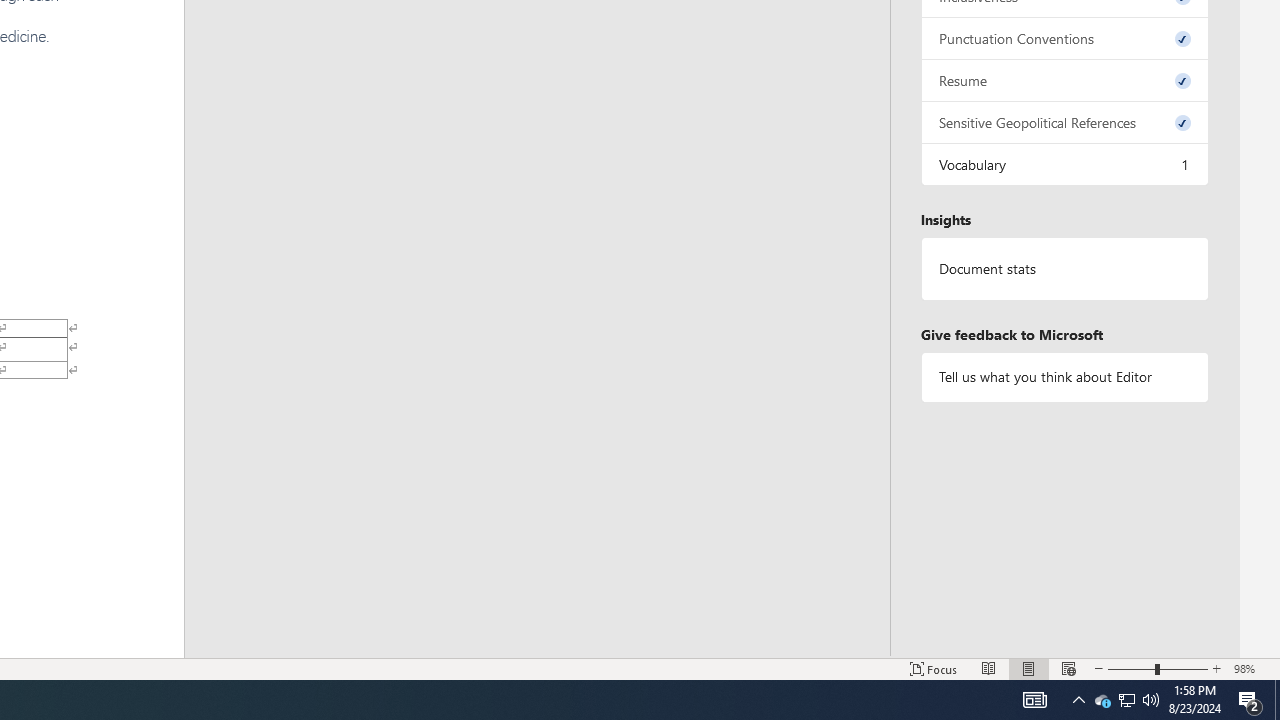 This screenshot has width=1280, height=720. What do you see at coordinates (1029, 669) in the screenshot?
I see `'Print Layout'` at bounding box center [1029, 669].